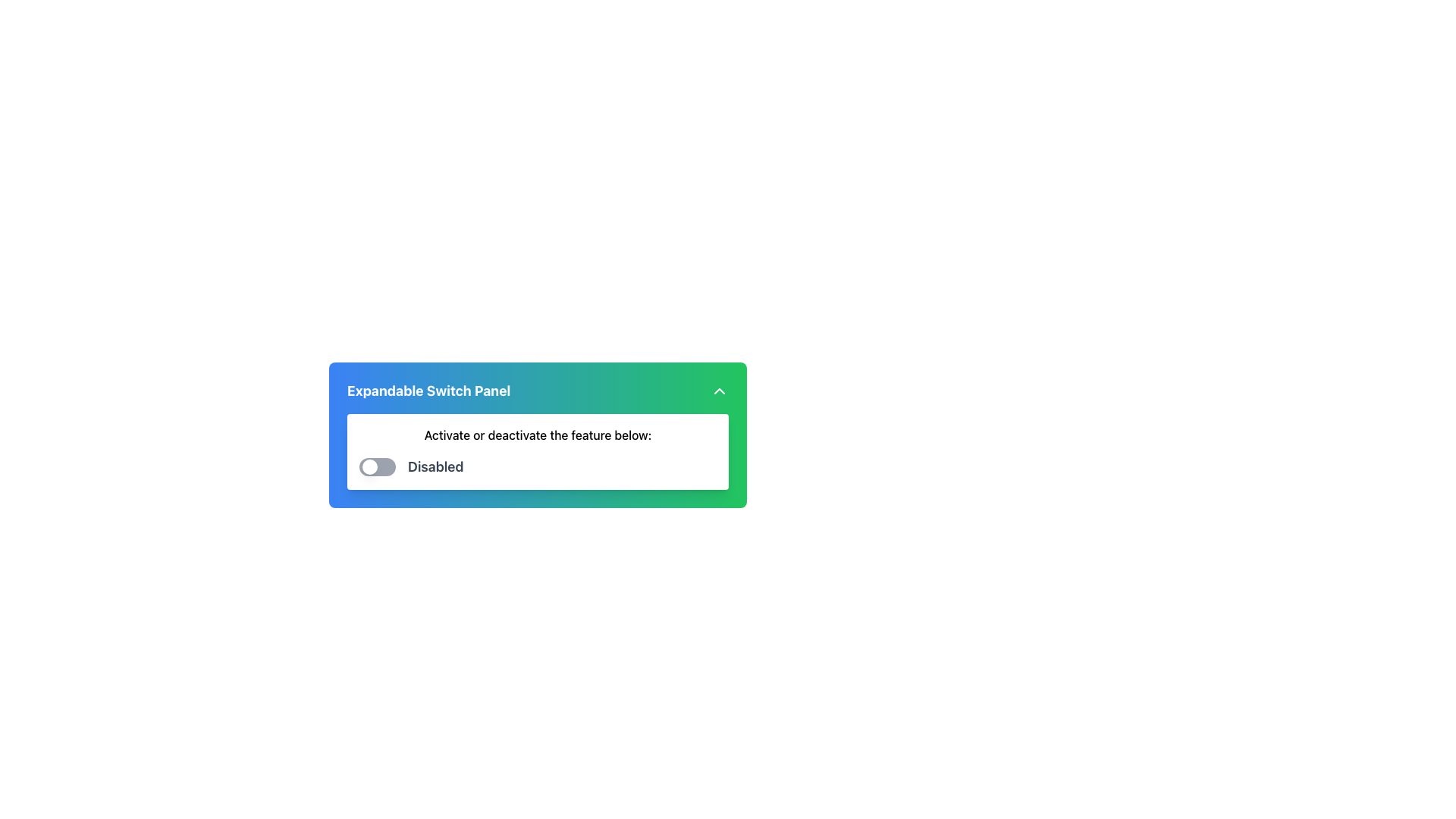 Image resolution: width=1456 pixels, height=819 pixels. Describe the element at coordinates (719, 391) in the screenshot. I see `the toggle Icon button located in the top-right corner of the green header section` at that location.